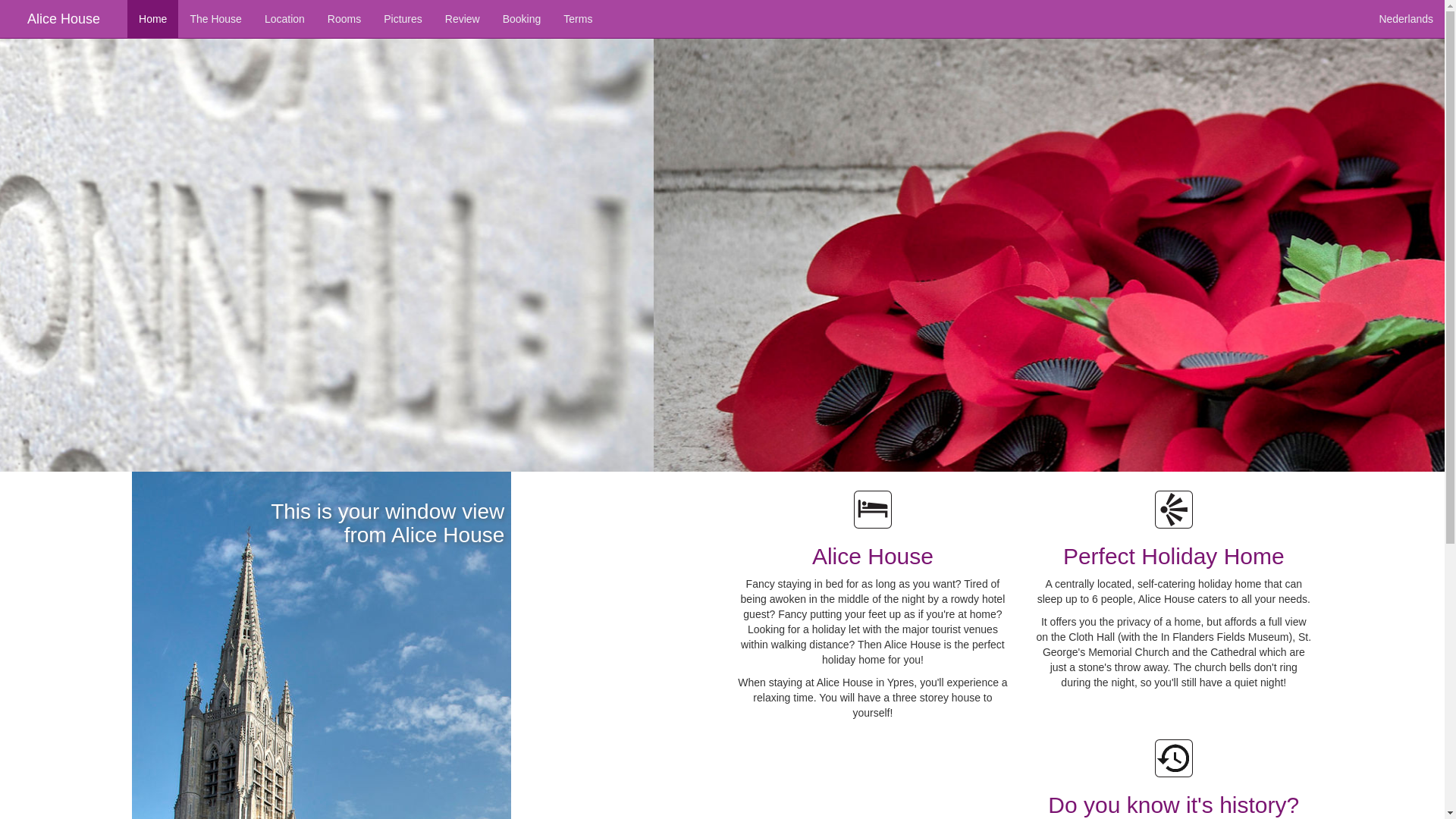  I want to click on 'Home, so click(127, 18).